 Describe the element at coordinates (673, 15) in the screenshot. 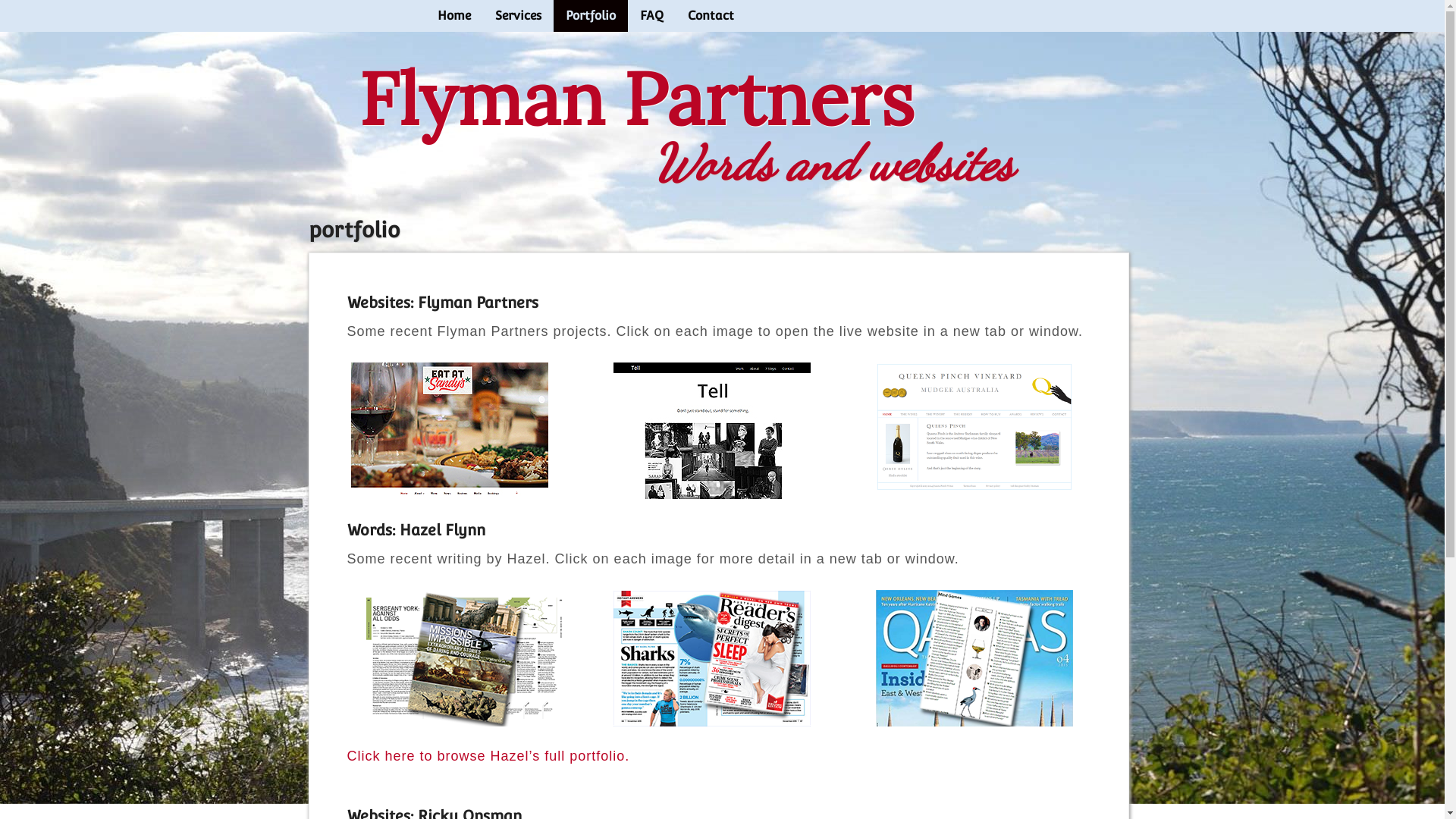

I see `'Contact'` at that location.